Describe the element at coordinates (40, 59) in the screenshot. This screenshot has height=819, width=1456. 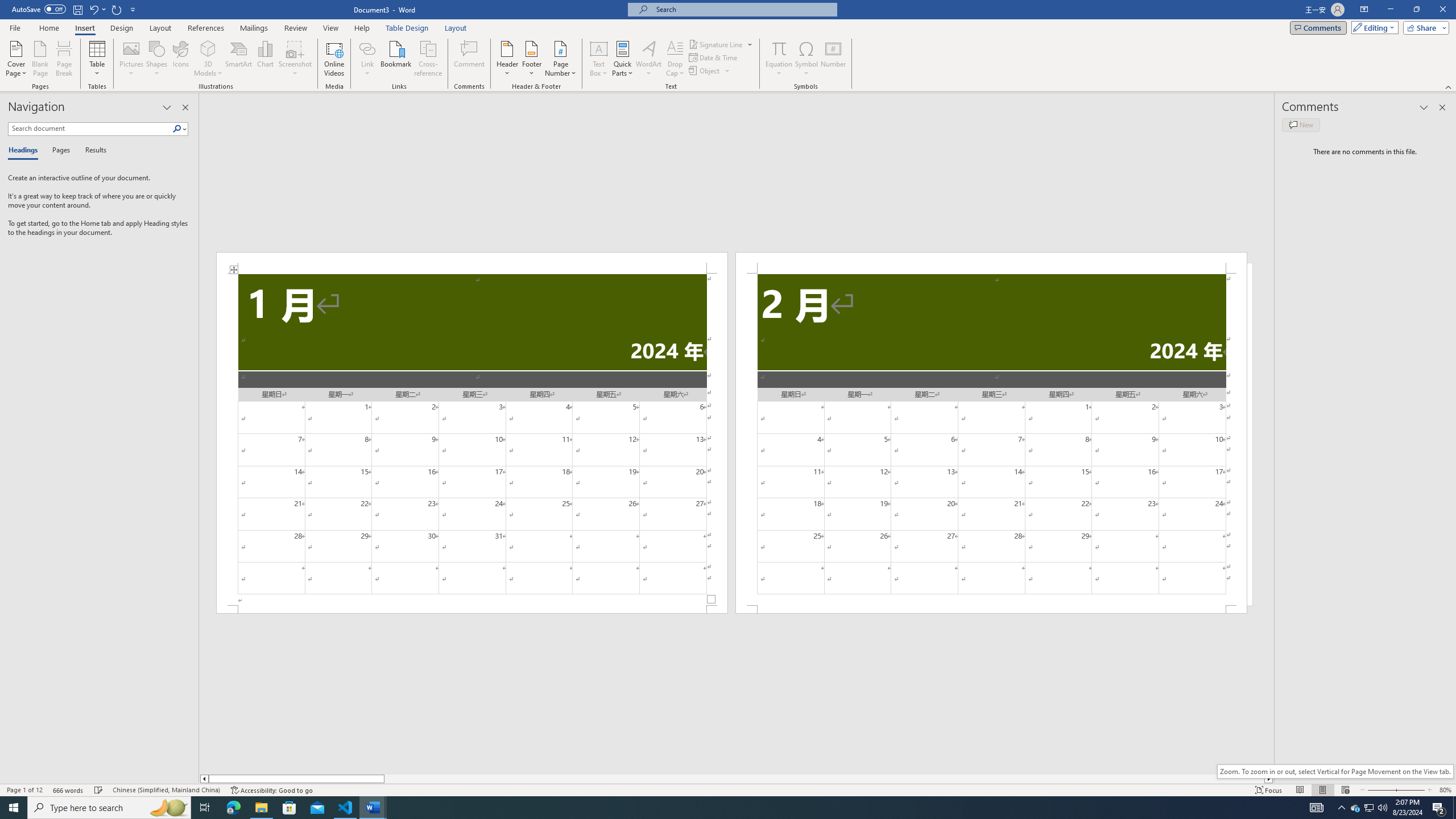
I see `'Blank Page'` at that location.